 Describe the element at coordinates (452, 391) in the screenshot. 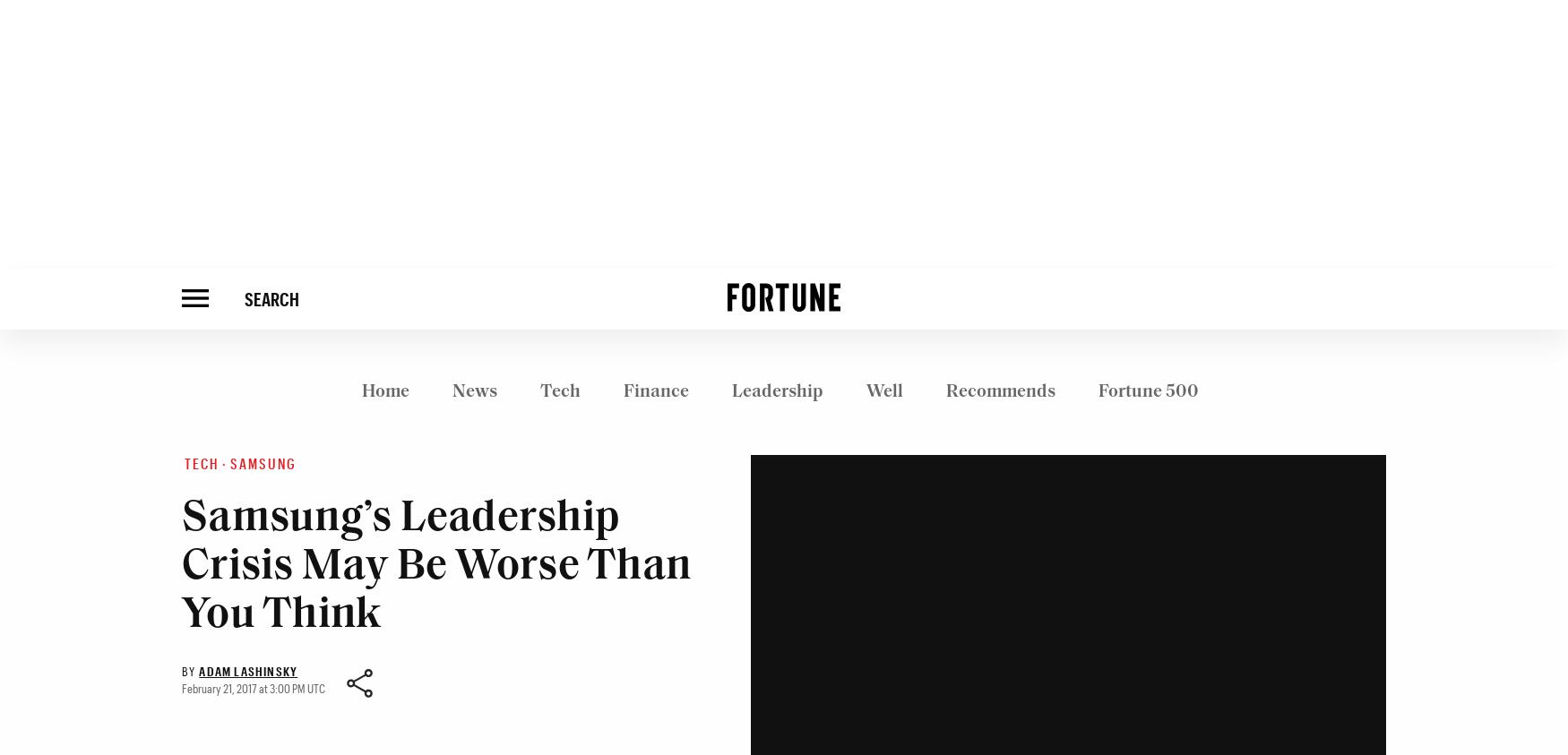

I see `'News'` at that location.